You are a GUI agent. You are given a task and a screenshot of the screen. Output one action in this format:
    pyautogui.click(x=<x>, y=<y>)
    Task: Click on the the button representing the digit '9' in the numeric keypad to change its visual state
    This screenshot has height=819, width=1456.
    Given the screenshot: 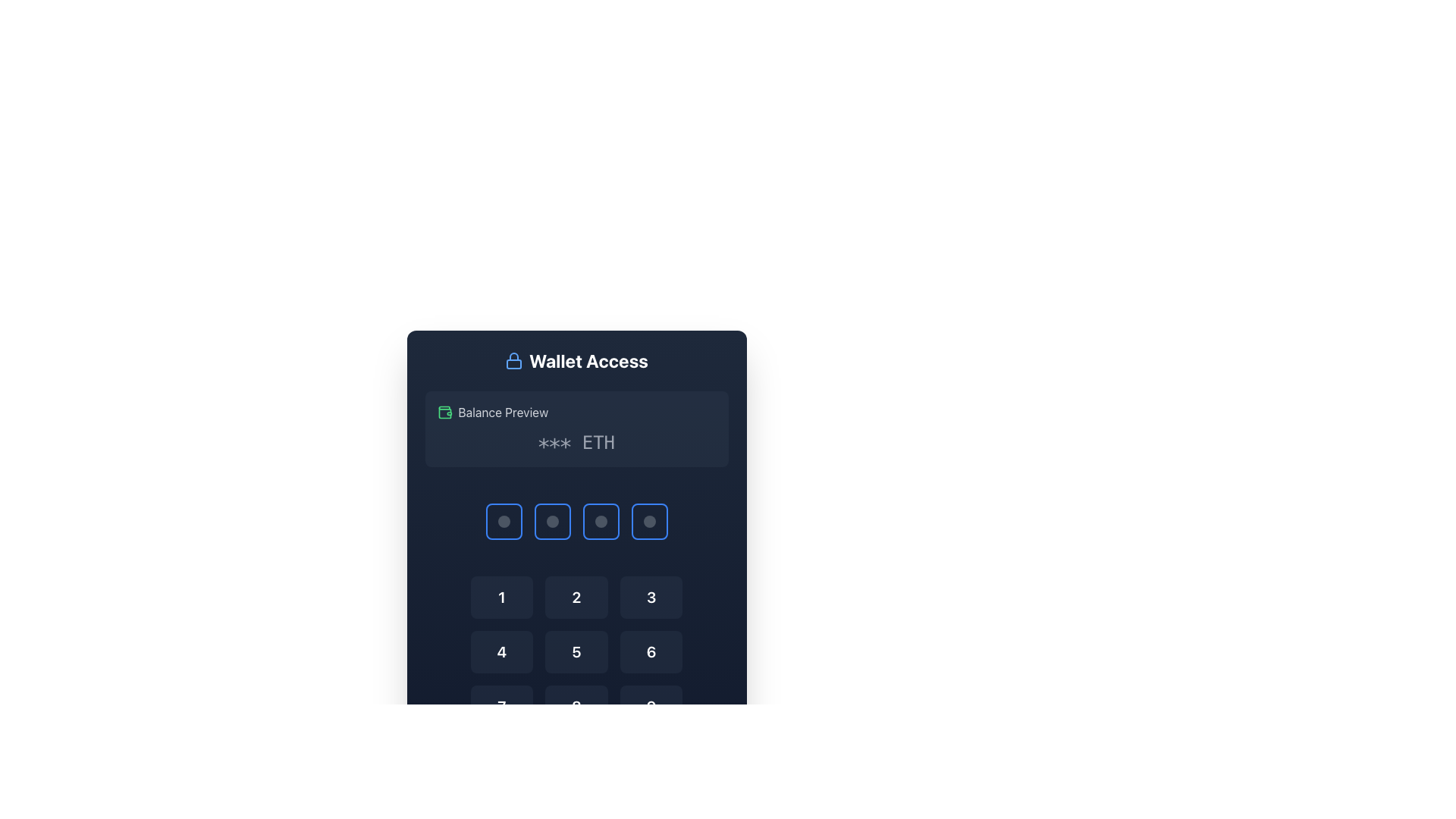 What is the action you would take?
    pyautogui.click(x=651, y=707)
    